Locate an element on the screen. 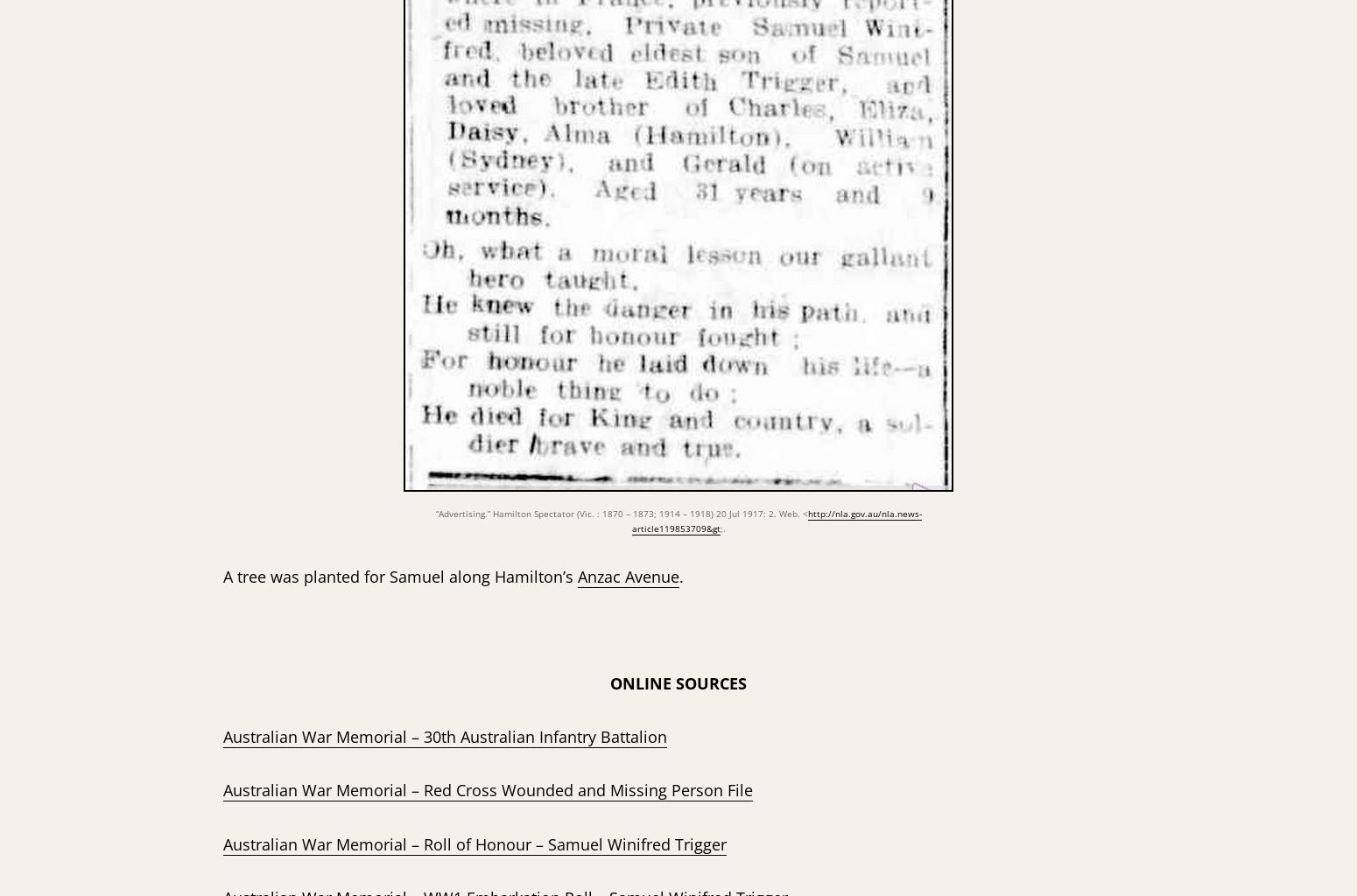  'ONLINE SOURCES' is located at coordinates (678, 683).